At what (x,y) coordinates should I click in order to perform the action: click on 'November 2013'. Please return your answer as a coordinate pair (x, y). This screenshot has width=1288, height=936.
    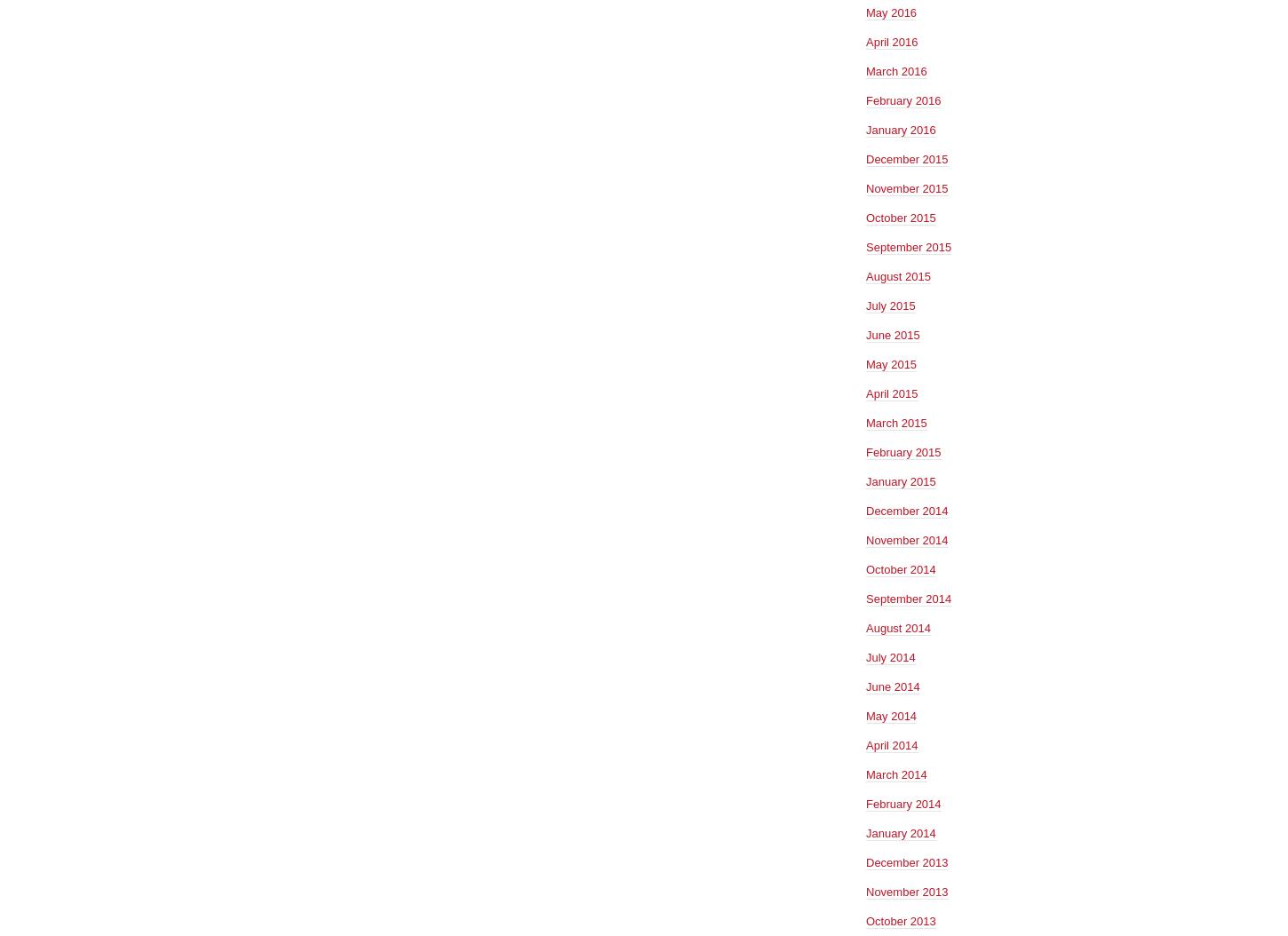
    Looking at the image, I should click on (906, 890).